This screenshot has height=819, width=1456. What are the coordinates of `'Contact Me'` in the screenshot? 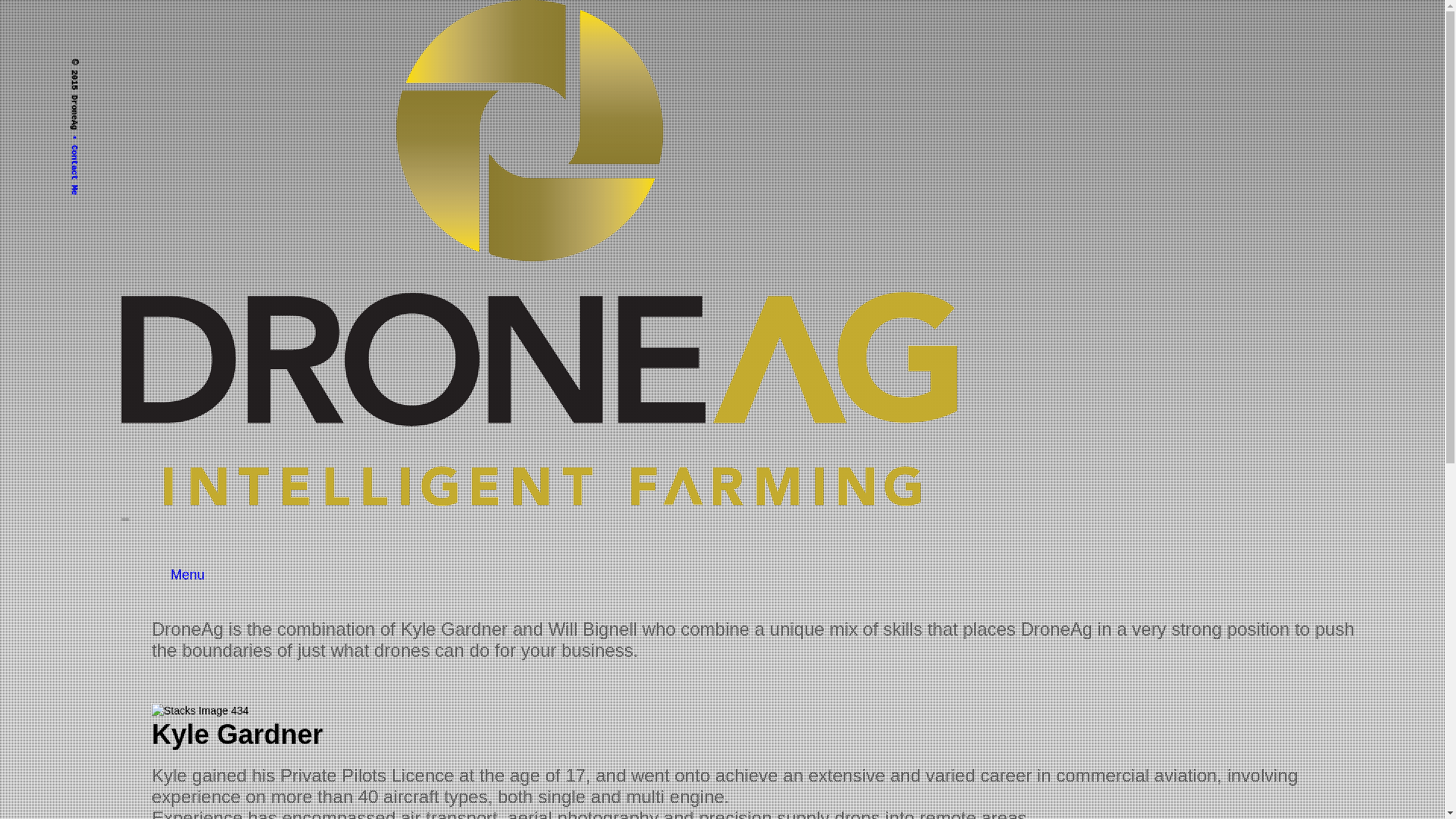 It's located at (99, 140).